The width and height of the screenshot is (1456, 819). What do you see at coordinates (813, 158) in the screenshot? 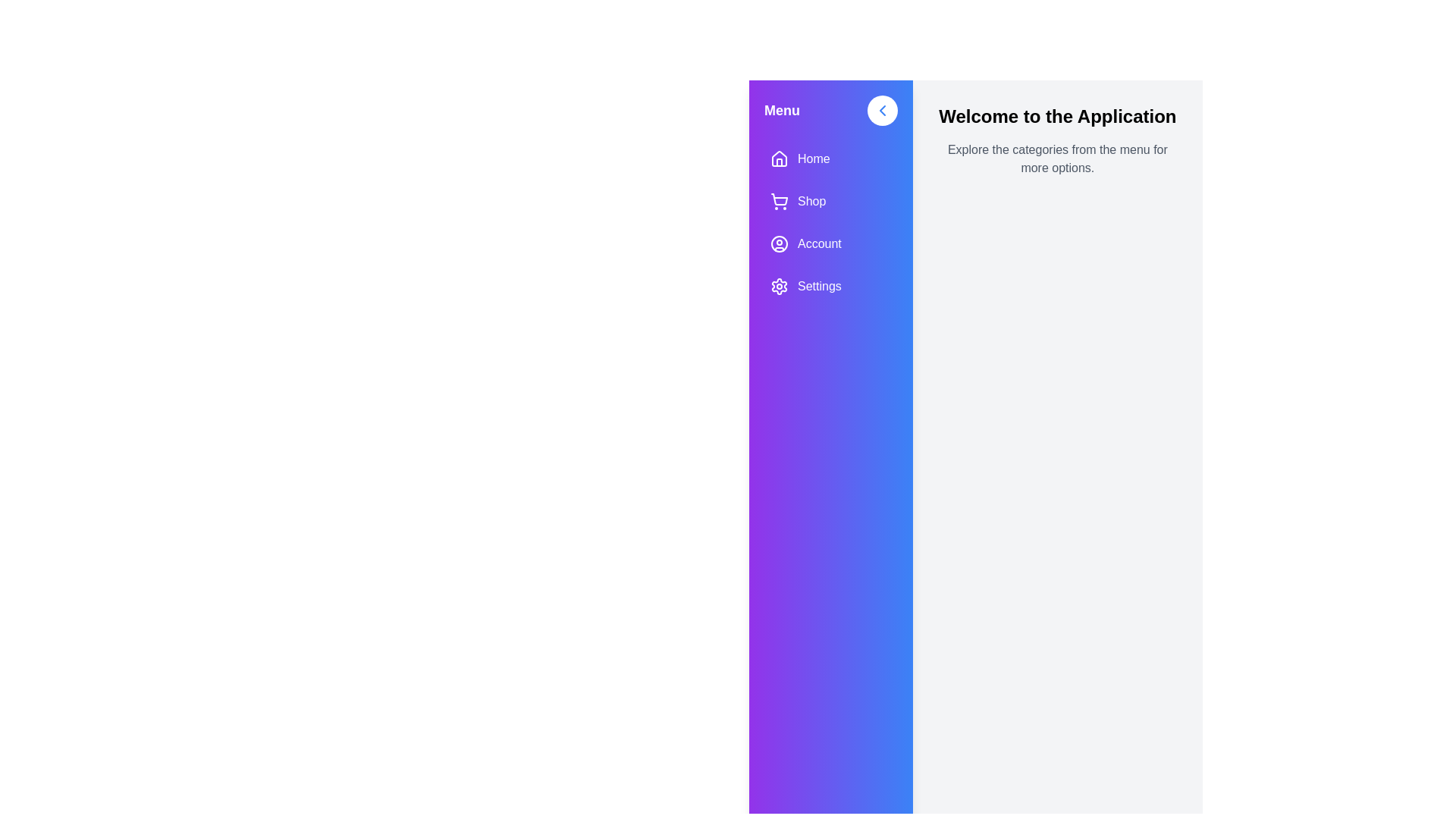
I see `the 'Home' text label in the left sidebar menu, which is displayed in white font and is the first item in the menu list` at bounding box center [813, 158].